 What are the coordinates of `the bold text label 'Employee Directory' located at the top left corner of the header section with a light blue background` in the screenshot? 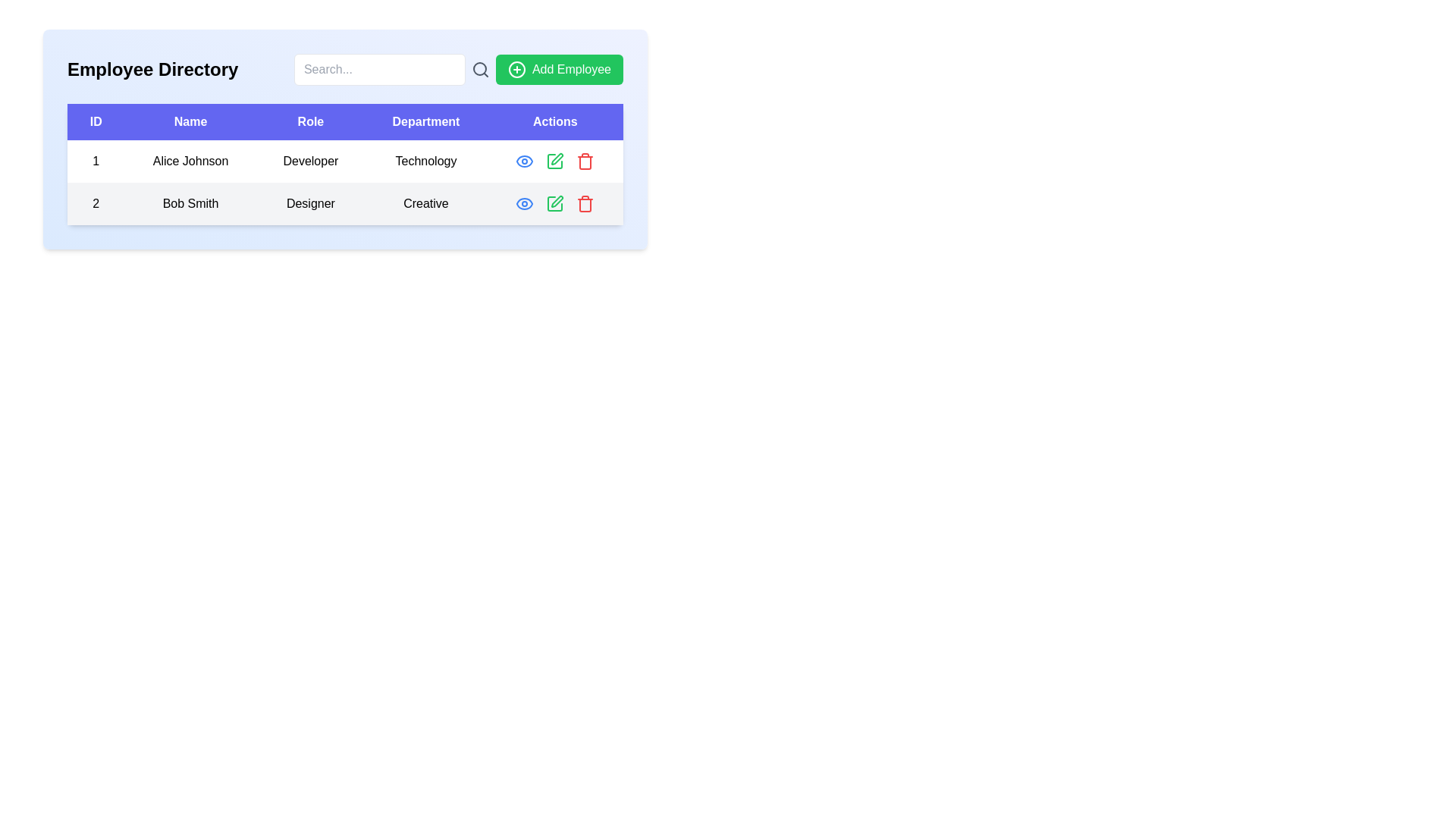 It's located at (152, 70).